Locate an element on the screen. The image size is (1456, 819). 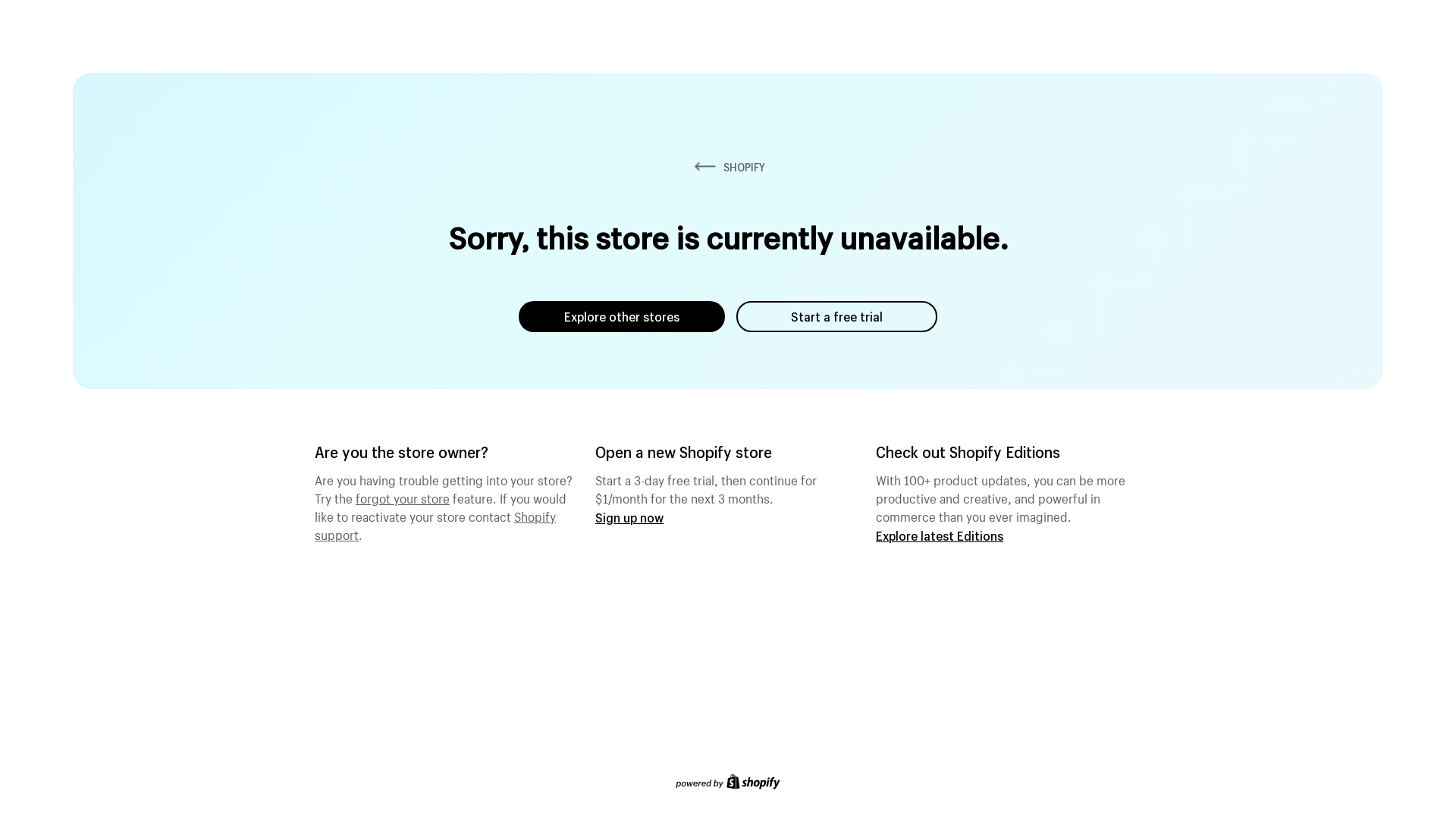
'SHOPIFY' is located at coordinates (728, 167).